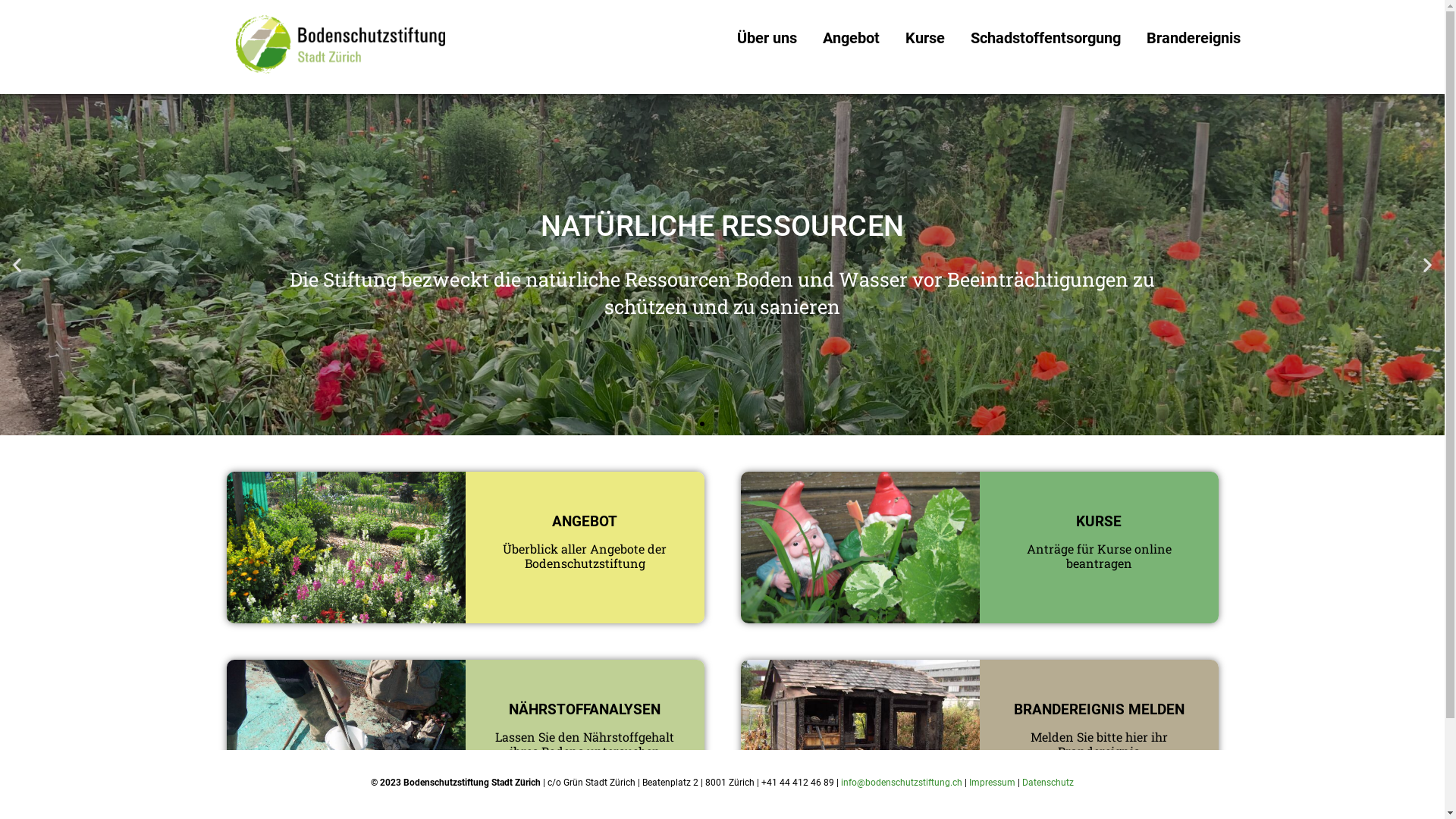 The width and height of the screenshot is (1456, 819). What do you see at coordinates (1192, 37) in the screenshot?
I see `'Brandereignis'` at bounding box center [1192, 37].